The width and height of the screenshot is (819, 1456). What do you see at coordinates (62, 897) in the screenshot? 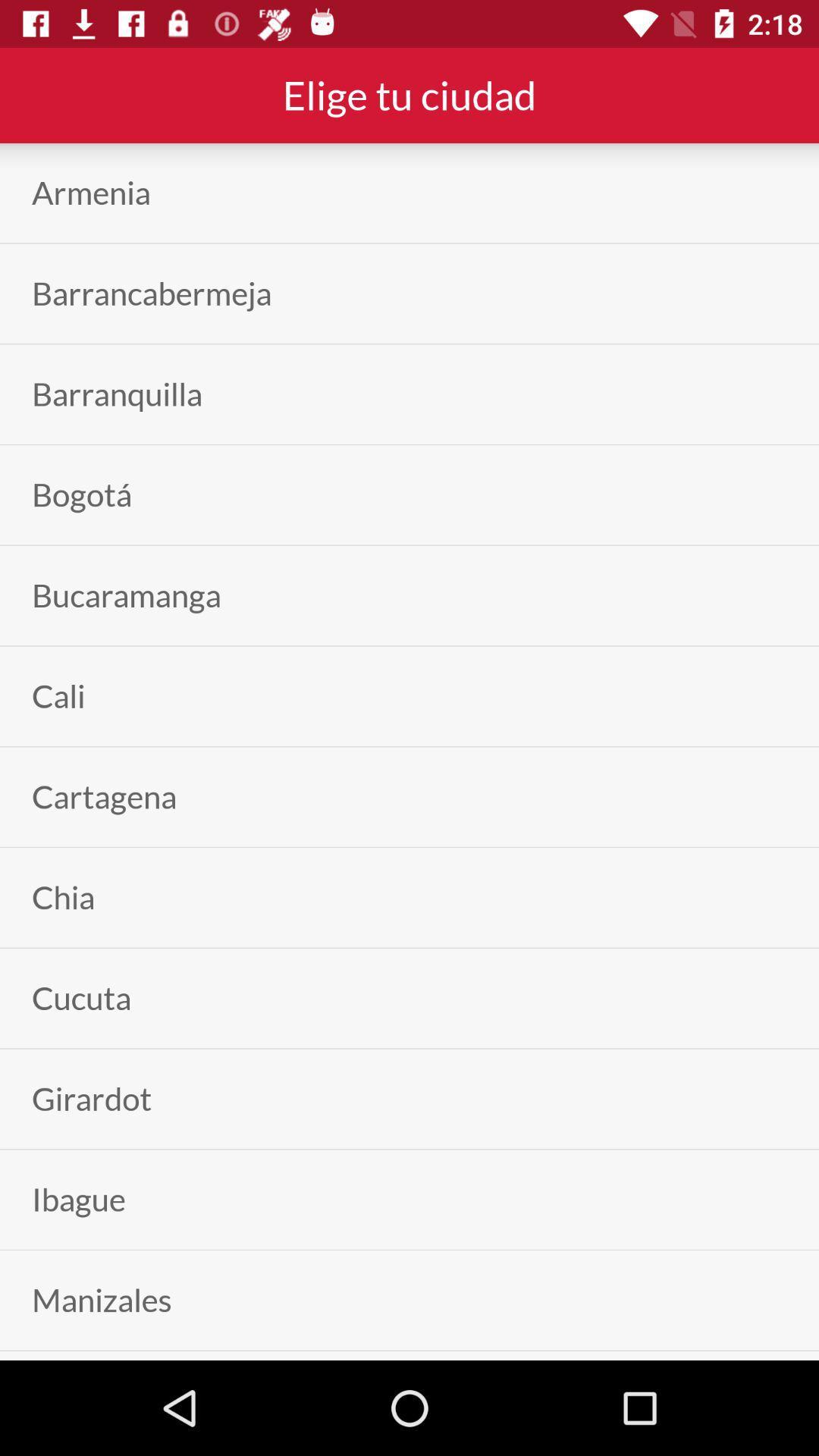
I see `the icon above cucuta icon` at bounding box center [62, 897].